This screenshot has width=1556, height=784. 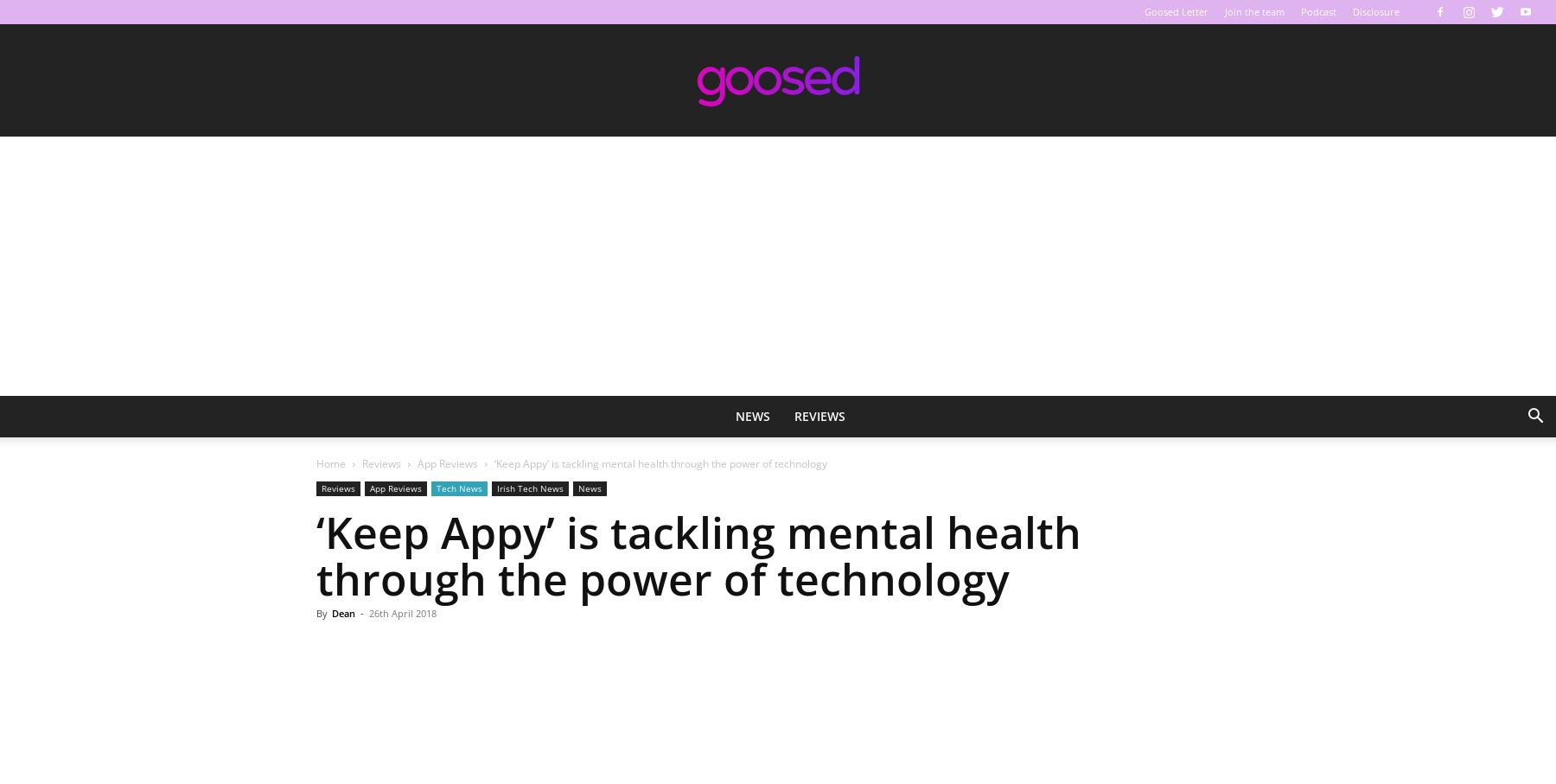 I want to click on 'Irish Tech News', so click(x=530, y=488).